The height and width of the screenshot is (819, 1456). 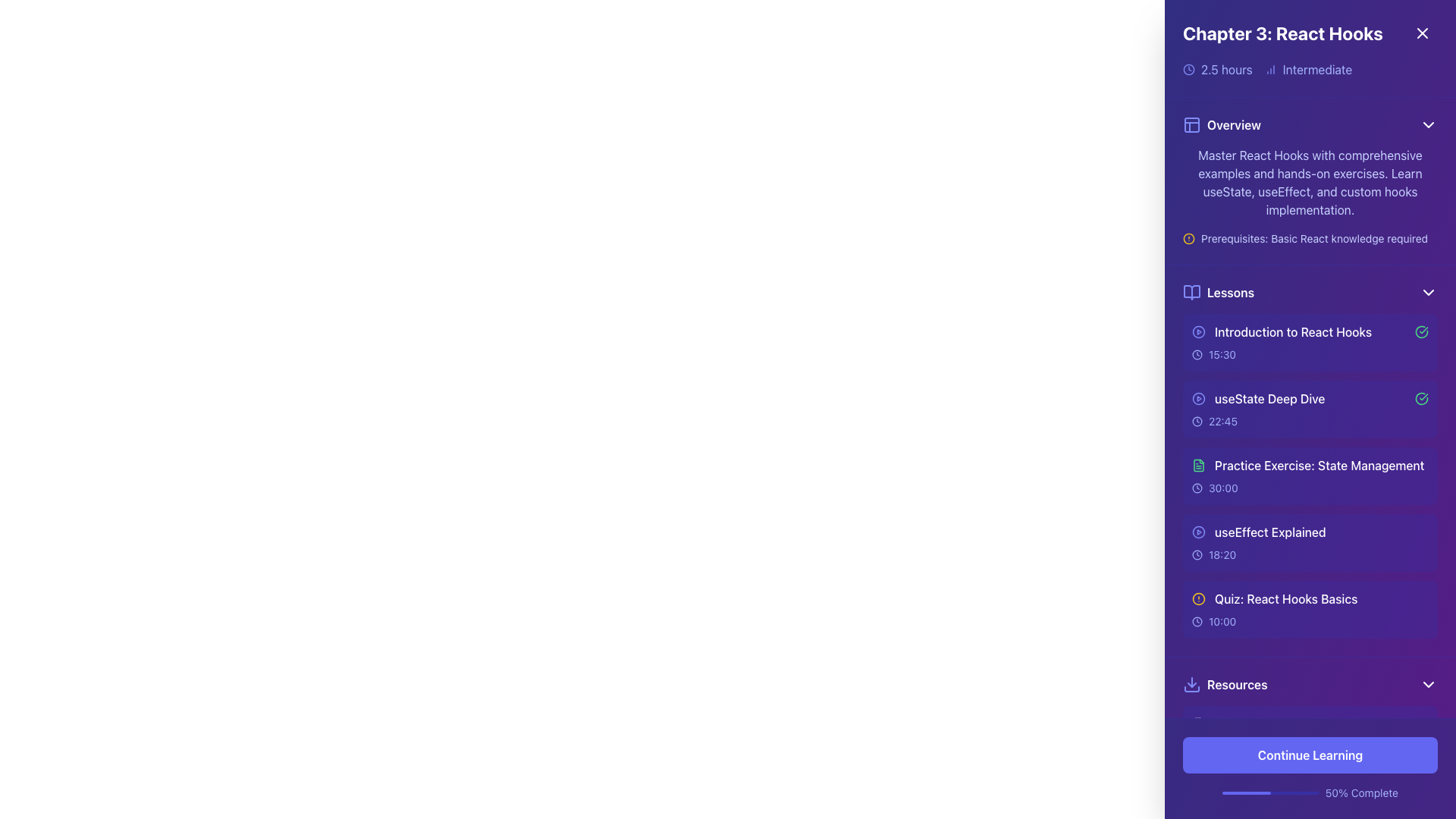 What do you see at coordinates (1217, 70) in the screenshot?
I see `the text label displaying '2.5 hours' with a clock icon, located at the top of the panel, to the left of the 'Intermediate' element` at bounding box center [1217, 70].